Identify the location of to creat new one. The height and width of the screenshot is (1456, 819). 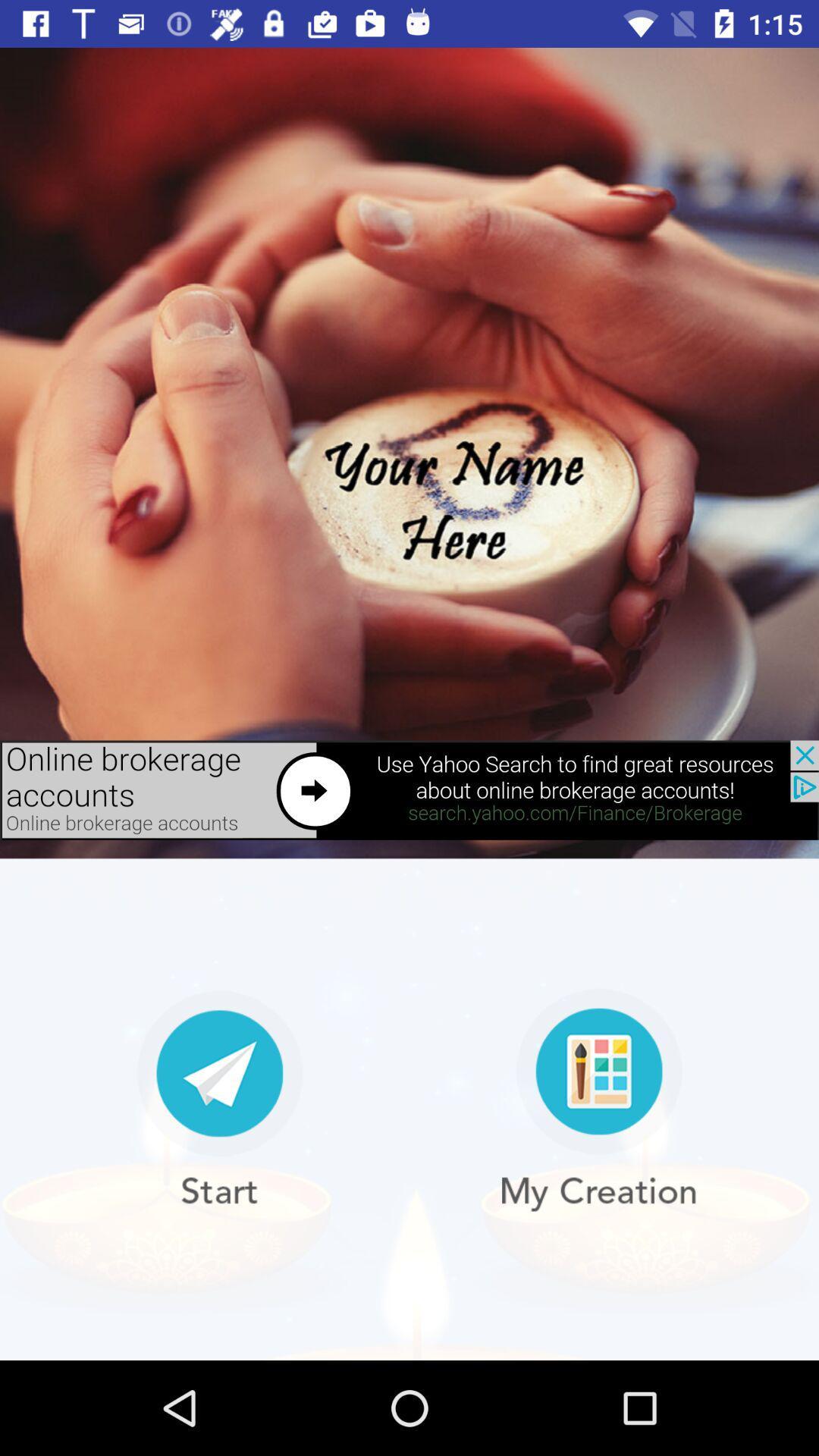
(598, 1100).